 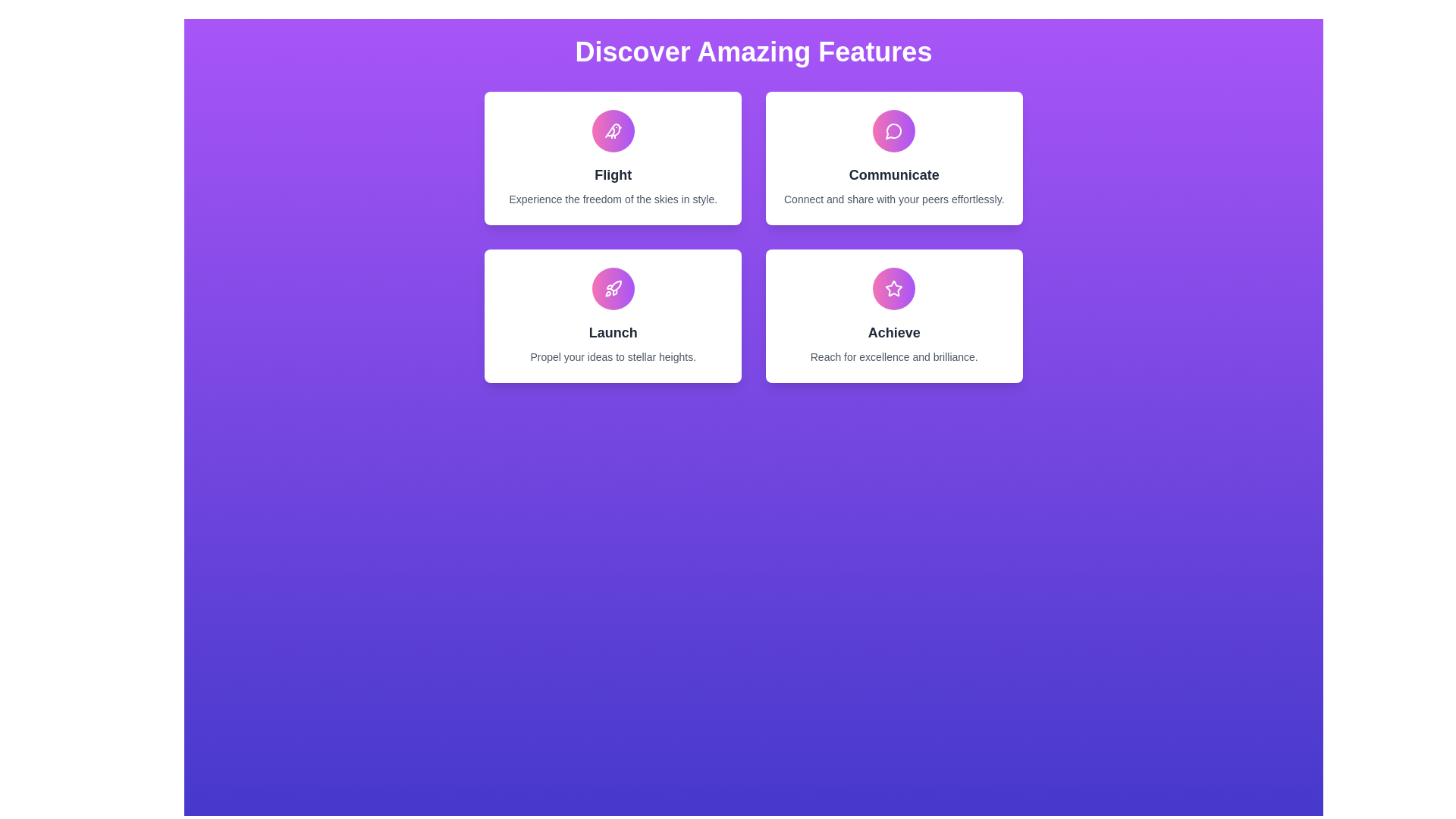 I want to click on the circular graphical icon with a speech bubble, located at the top center of the 'Communicate' feature box, as a visual indicator, so click(x=893, y=130).